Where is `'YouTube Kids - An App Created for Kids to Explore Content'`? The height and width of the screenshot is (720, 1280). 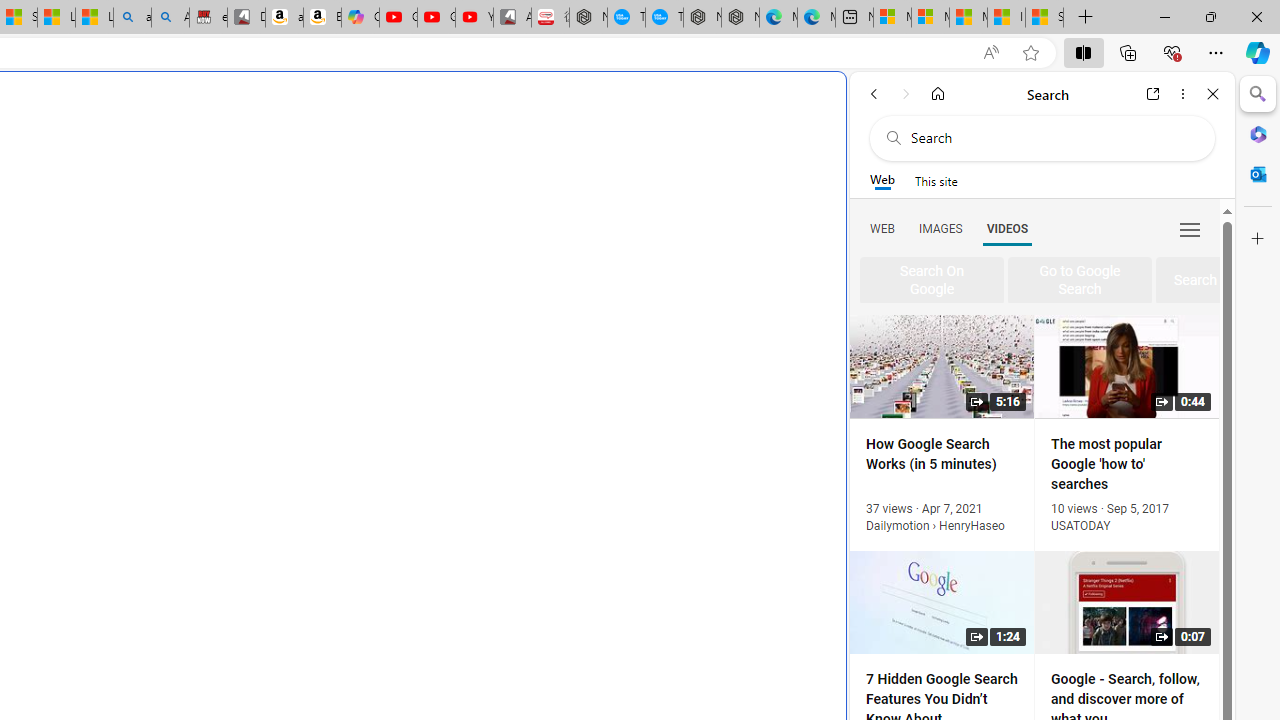 'YouTube Kids - An App Created for Kids to Explore Content' is located at coordinates (473, 17).